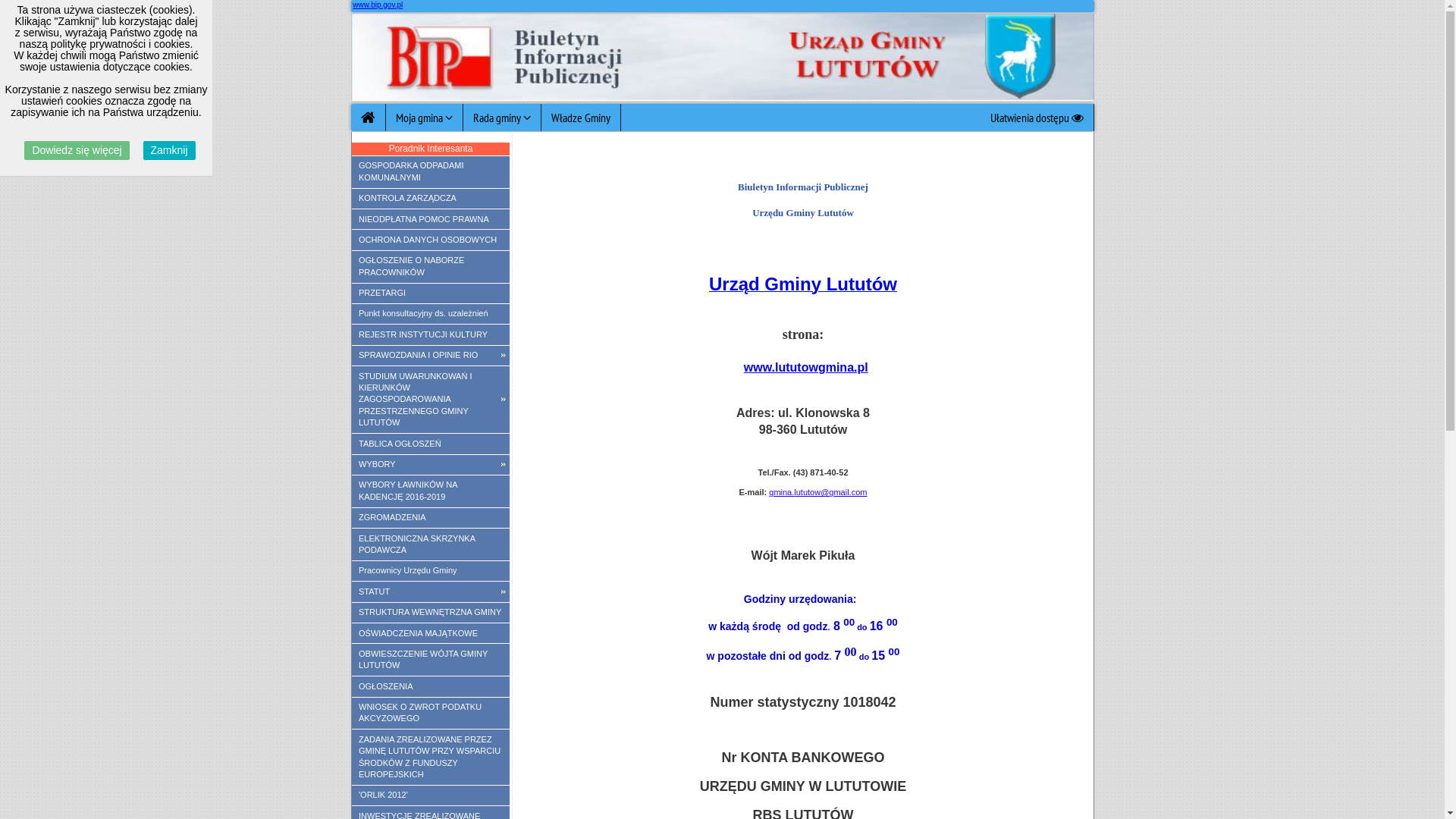 The width and height of the screenshot is (1456, 819). Describe the element at coordinates (429, 333) in the screenshot. I see `'REJESTR INSTYTUCJI KULTURY'` at that location.